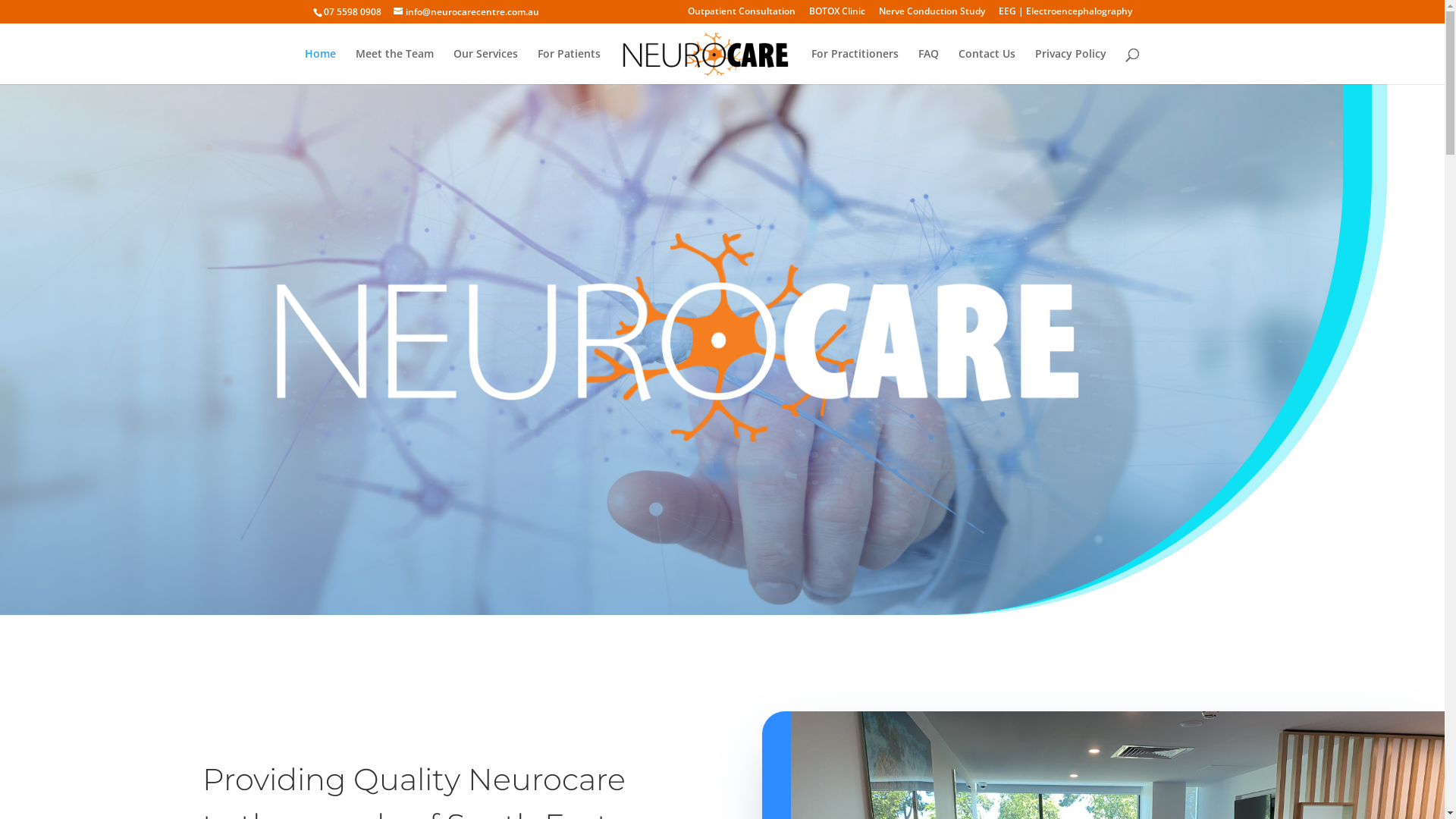 The width and height of the screenshot is (1456, 819). I want to click on 'Our Services', so click(485, 65).